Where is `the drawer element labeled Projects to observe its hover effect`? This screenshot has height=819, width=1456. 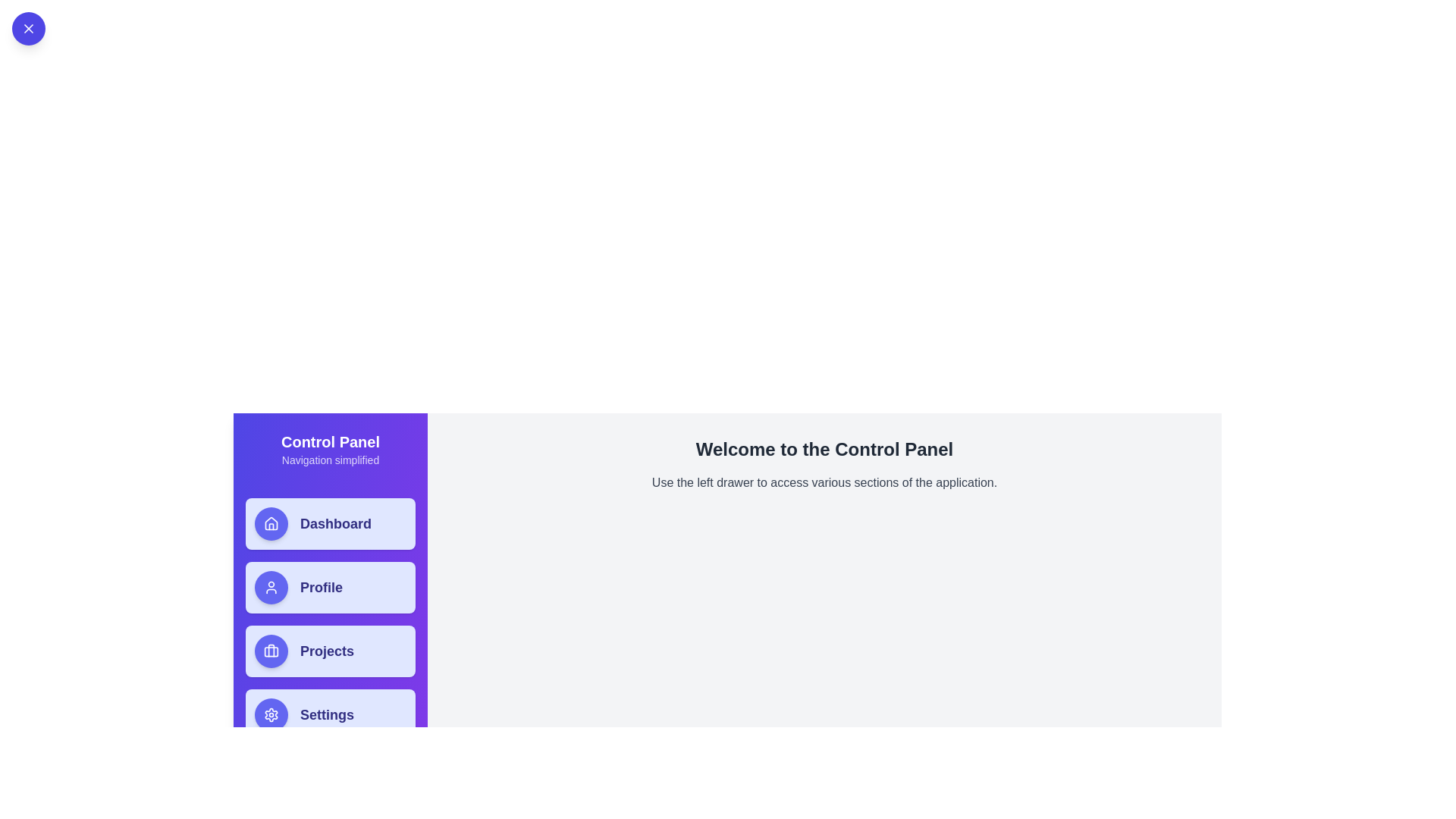
the drawer element labeled Projects to observe its hover effect is located at coordinates (330, 651).